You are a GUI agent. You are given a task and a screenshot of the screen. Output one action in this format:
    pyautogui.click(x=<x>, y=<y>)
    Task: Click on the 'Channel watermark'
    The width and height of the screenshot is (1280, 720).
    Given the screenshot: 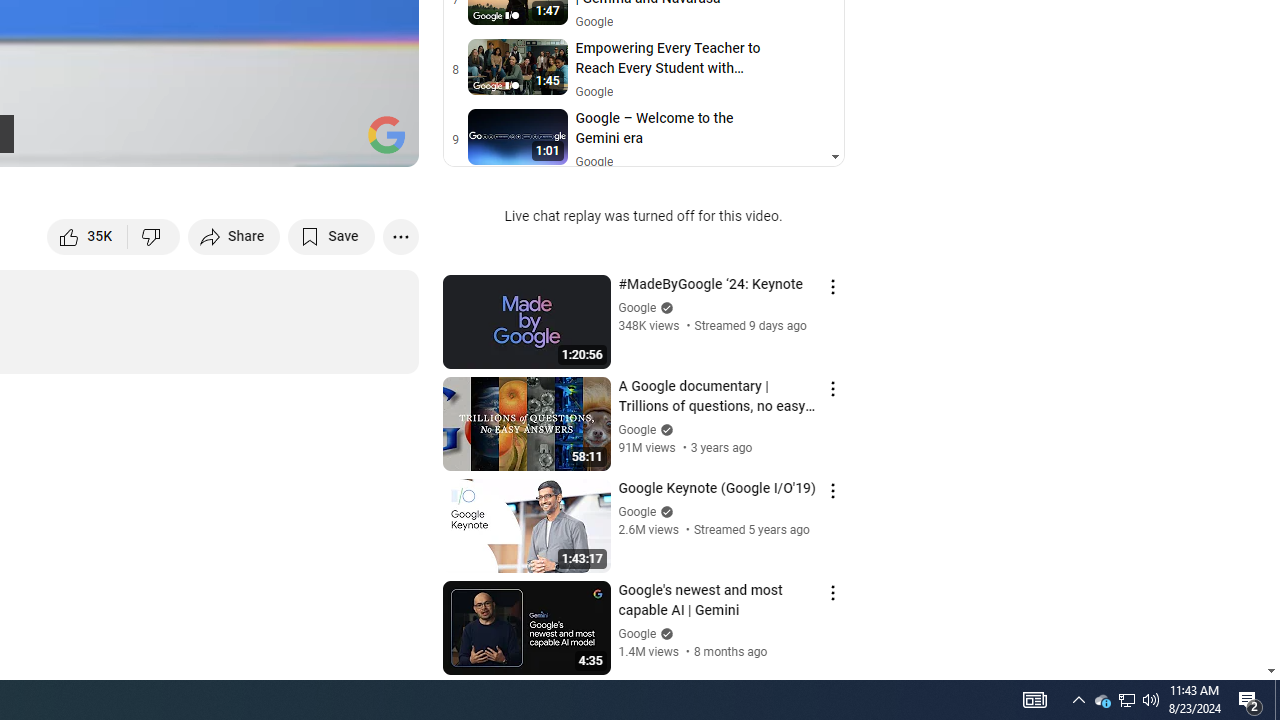 What is the action you would take?
    pyautogui.click(x=386, y=135)
    